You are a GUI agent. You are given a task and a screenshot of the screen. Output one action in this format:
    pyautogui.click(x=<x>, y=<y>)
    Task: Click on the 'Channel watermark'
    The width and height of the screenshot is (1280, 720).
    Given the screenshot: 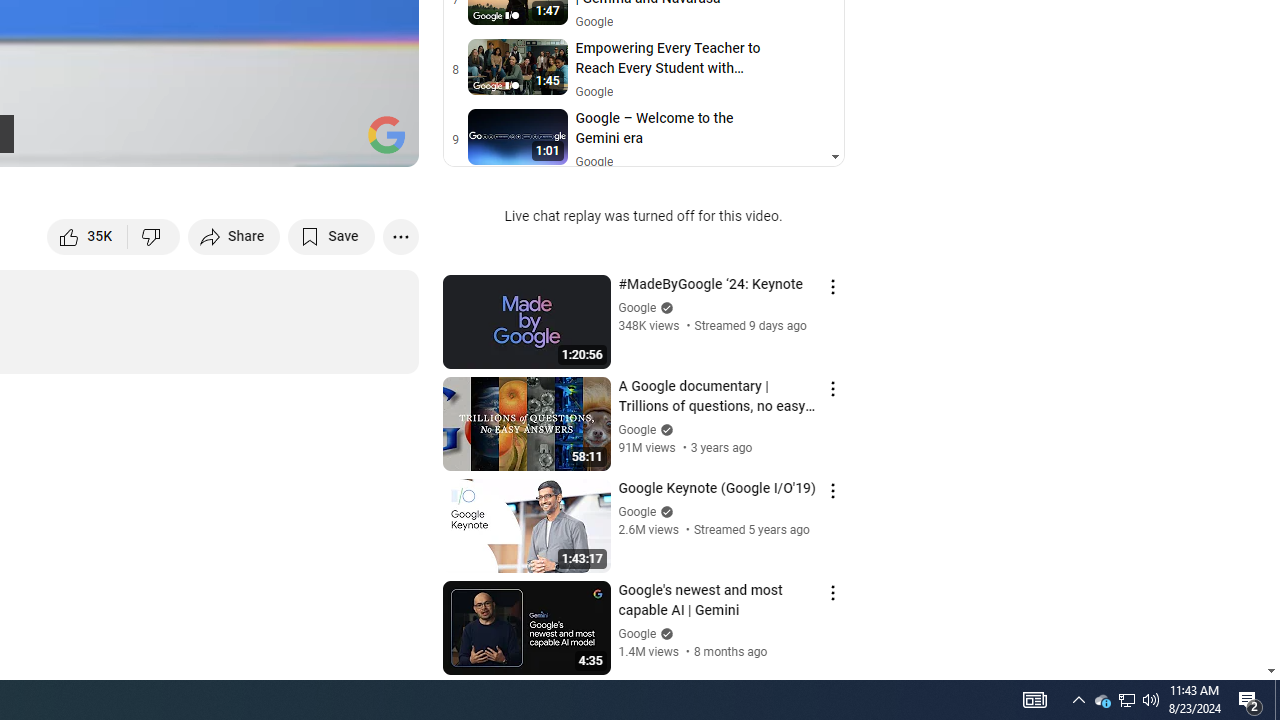 What is the action you would take?
    pyautogui.click(x=386, y=135)
    